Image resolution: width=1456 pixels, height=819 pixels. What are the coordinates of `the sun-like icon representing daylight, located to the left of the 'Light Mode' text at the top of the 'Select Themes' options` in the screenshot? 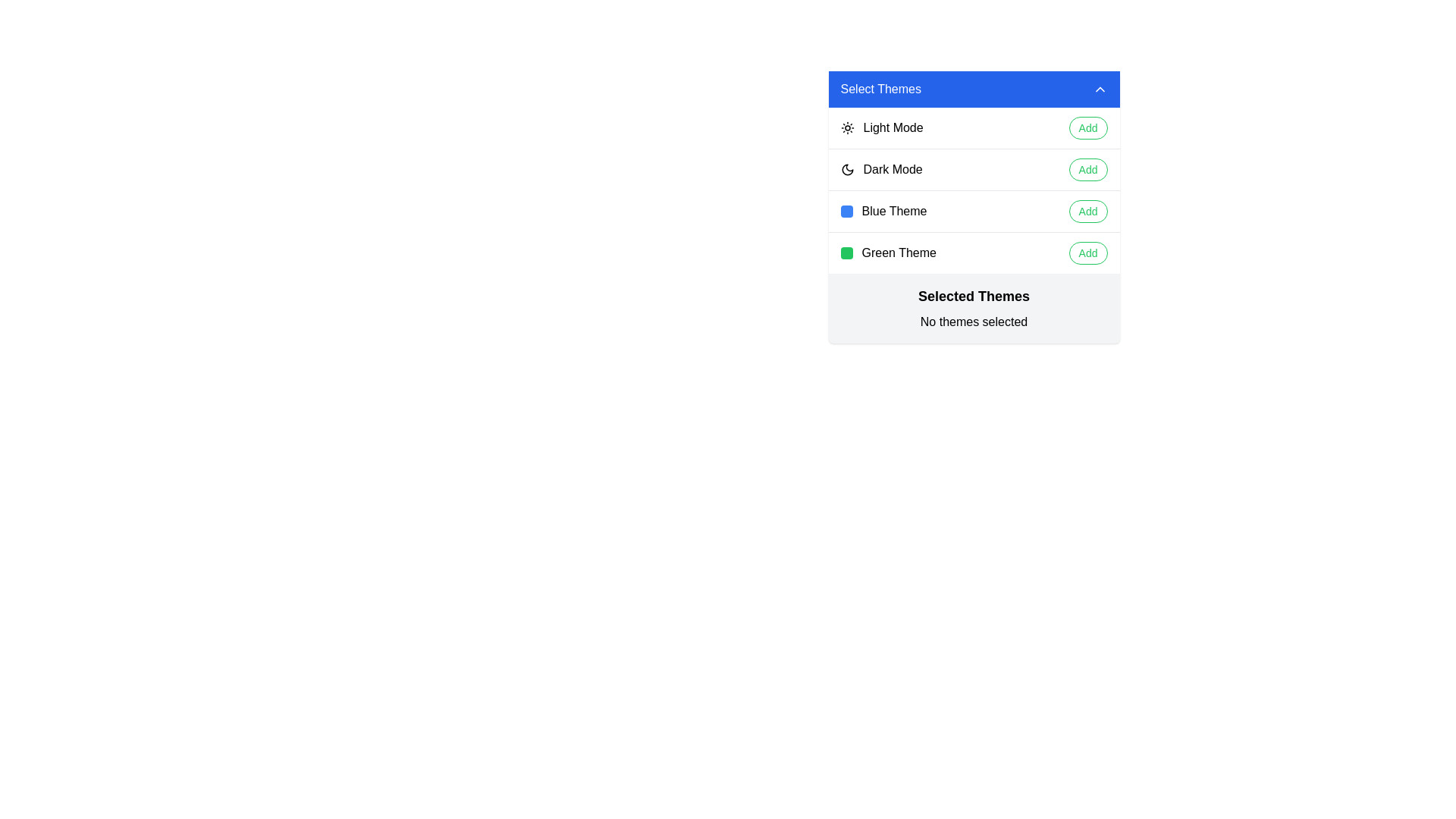 It's located at (846, 127).